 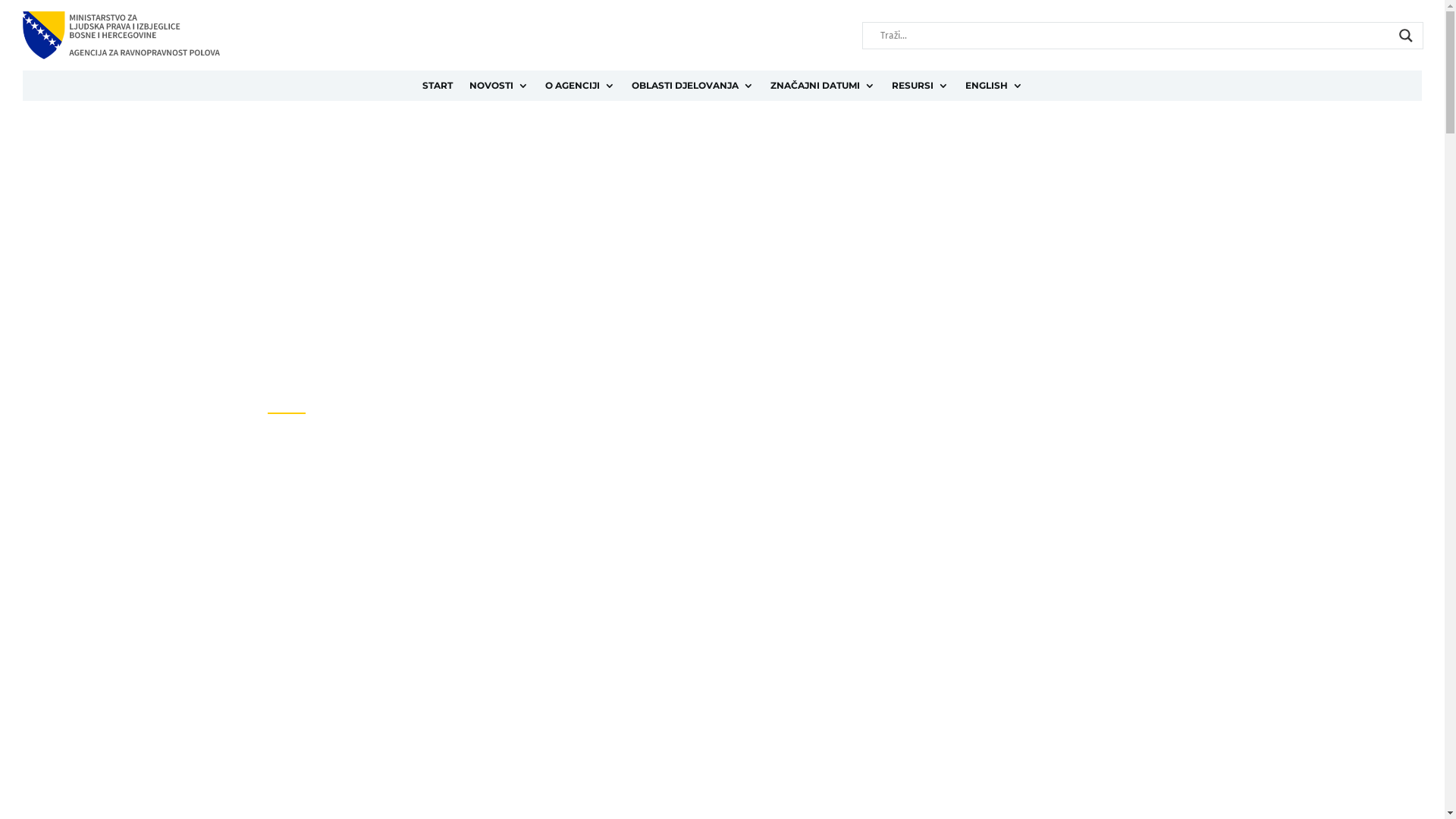 What do you see at coordinates (919, 88) in the screenshot?
I see `'RESURSI'` at bounding box center [919, 88].